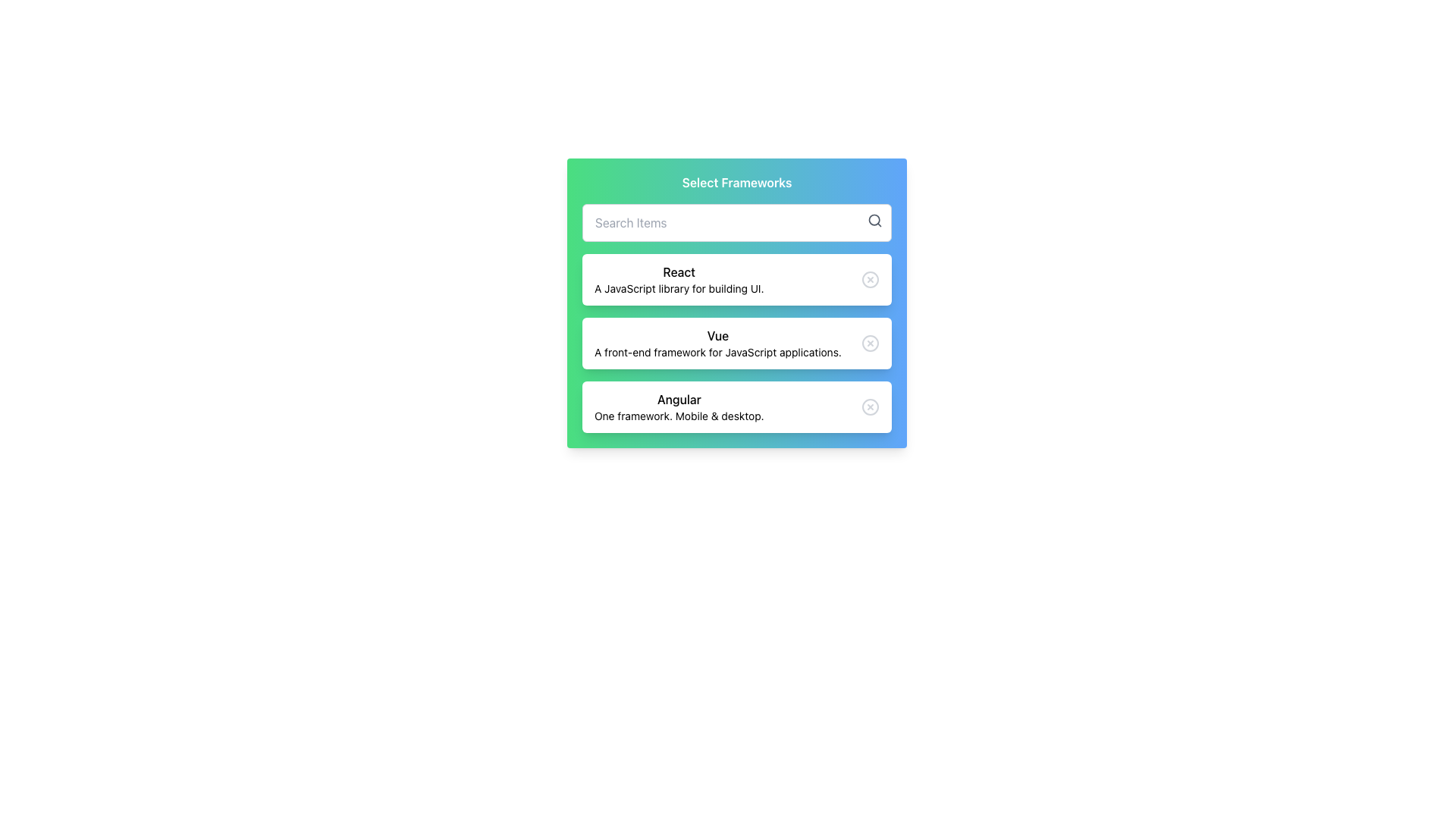 Image resolution: width=1456 pixels, height=819 pixels. I want to click on the text element displaying 'Angular' within the 'Select Frameworks' card, so click(678, 406).